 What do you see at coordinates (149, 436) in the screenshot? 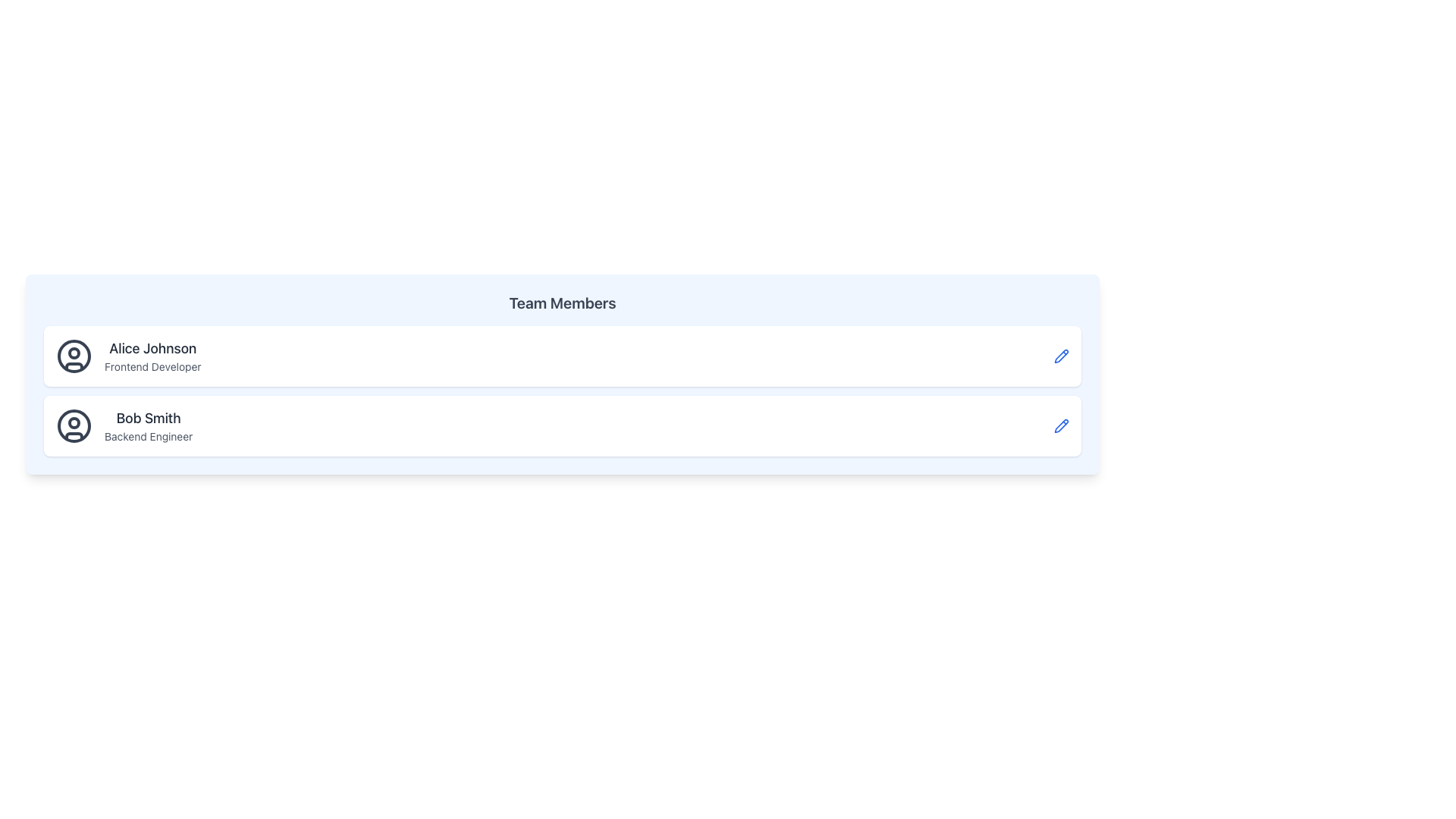
I see `the text label displaying 'Backend Engineer' positioned below 'Bob Smith' in a gray font style` at bounding box center [149, 436].